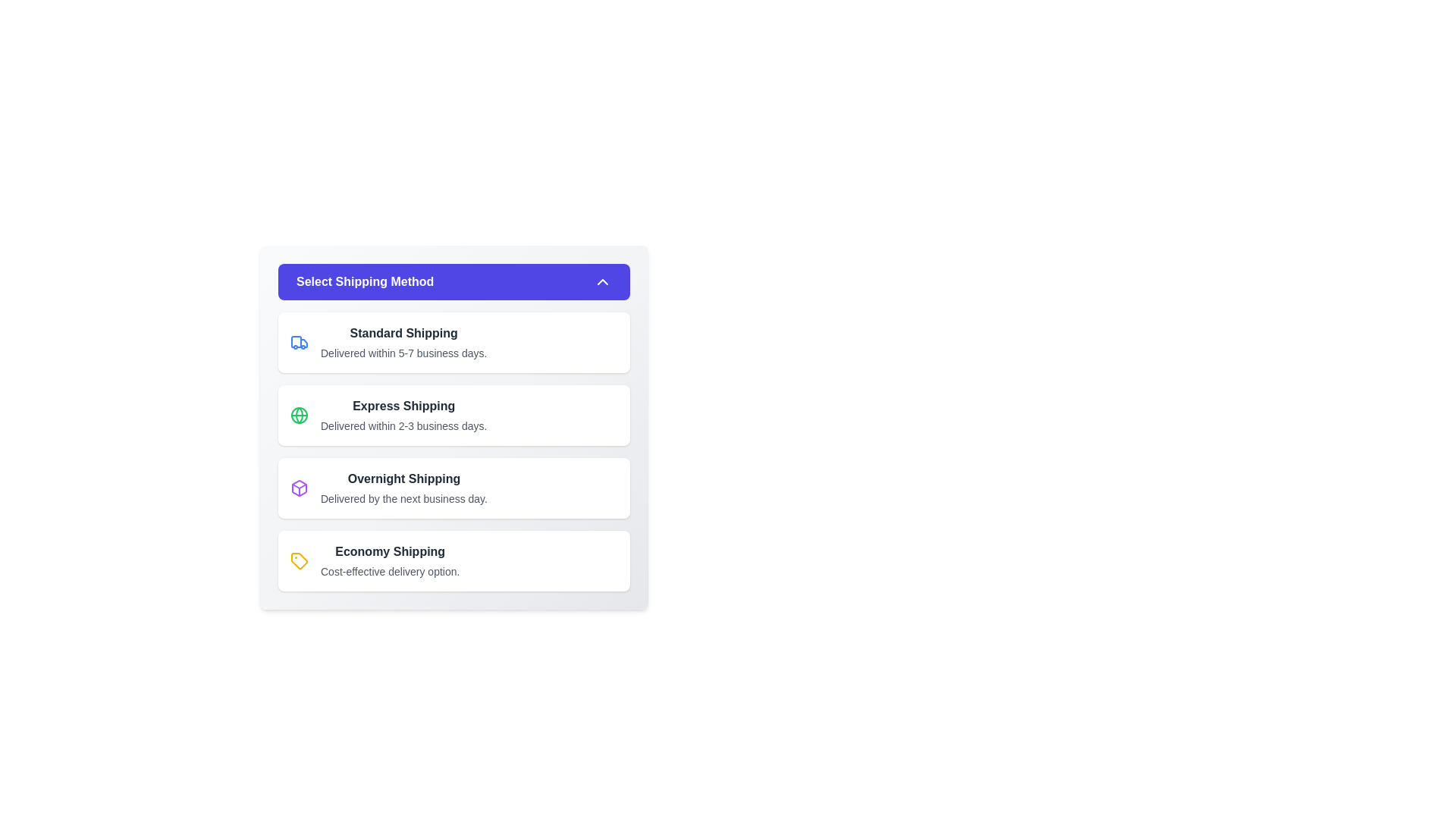 The width and height of the screenshot is (1456, 819). Describe the element at coordinates (303, 343) in the screenshot. I see `the stylized blue truck icon representing the 'Standard Shipping' option in the graphical interface` at that location.